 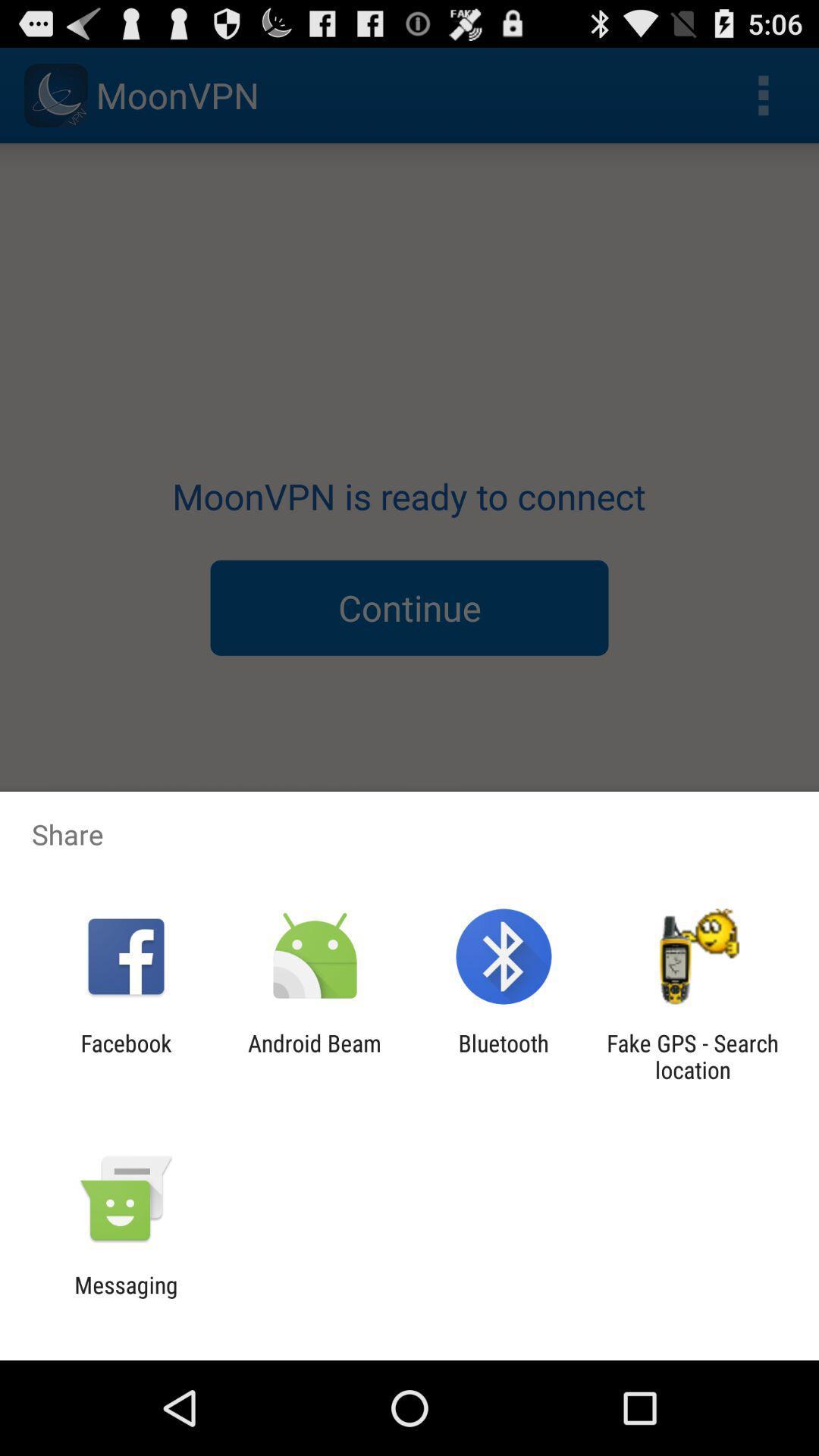 What do you see at coordinates (504, 1056) in the screenshot?
I see `item to the left of the fake gps search` at bounding box center [504, 1056].